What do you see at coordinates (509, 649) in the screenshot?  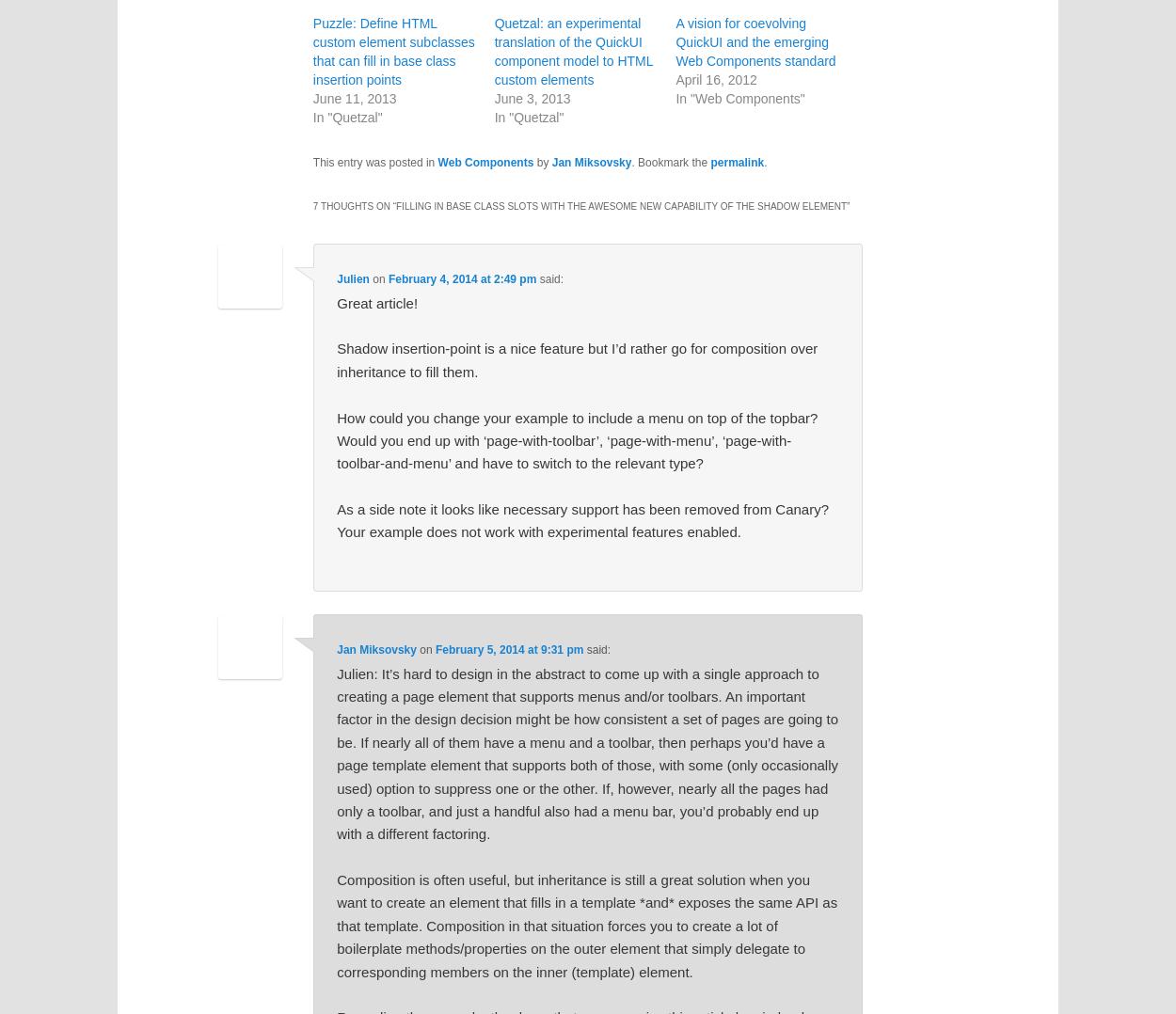 I see `'February 5, 2014 at 9:31 pm'` at bounding box center [509, 649].